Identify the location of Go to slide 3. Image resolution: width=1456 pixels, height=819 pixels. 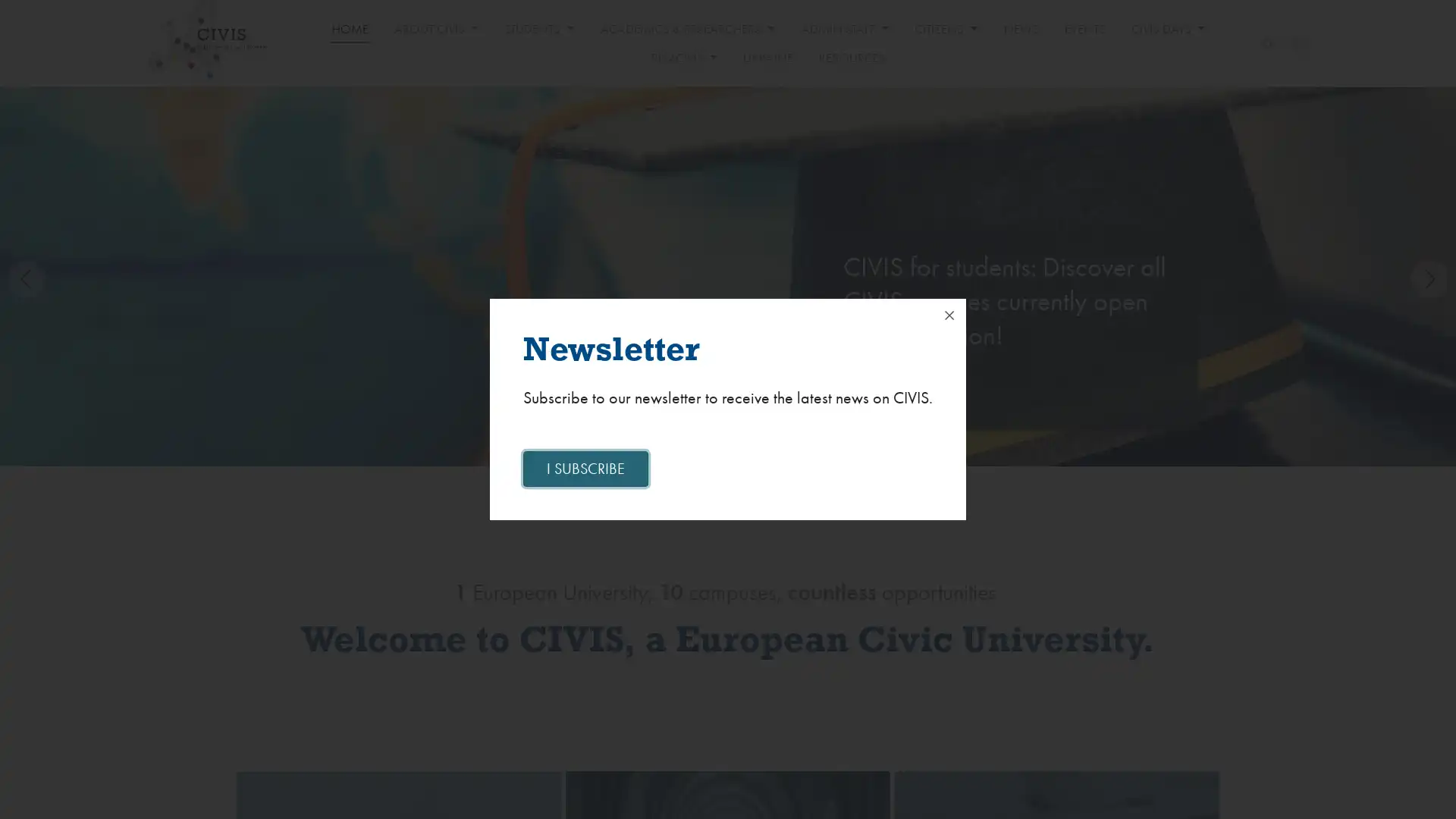
(764, 482).